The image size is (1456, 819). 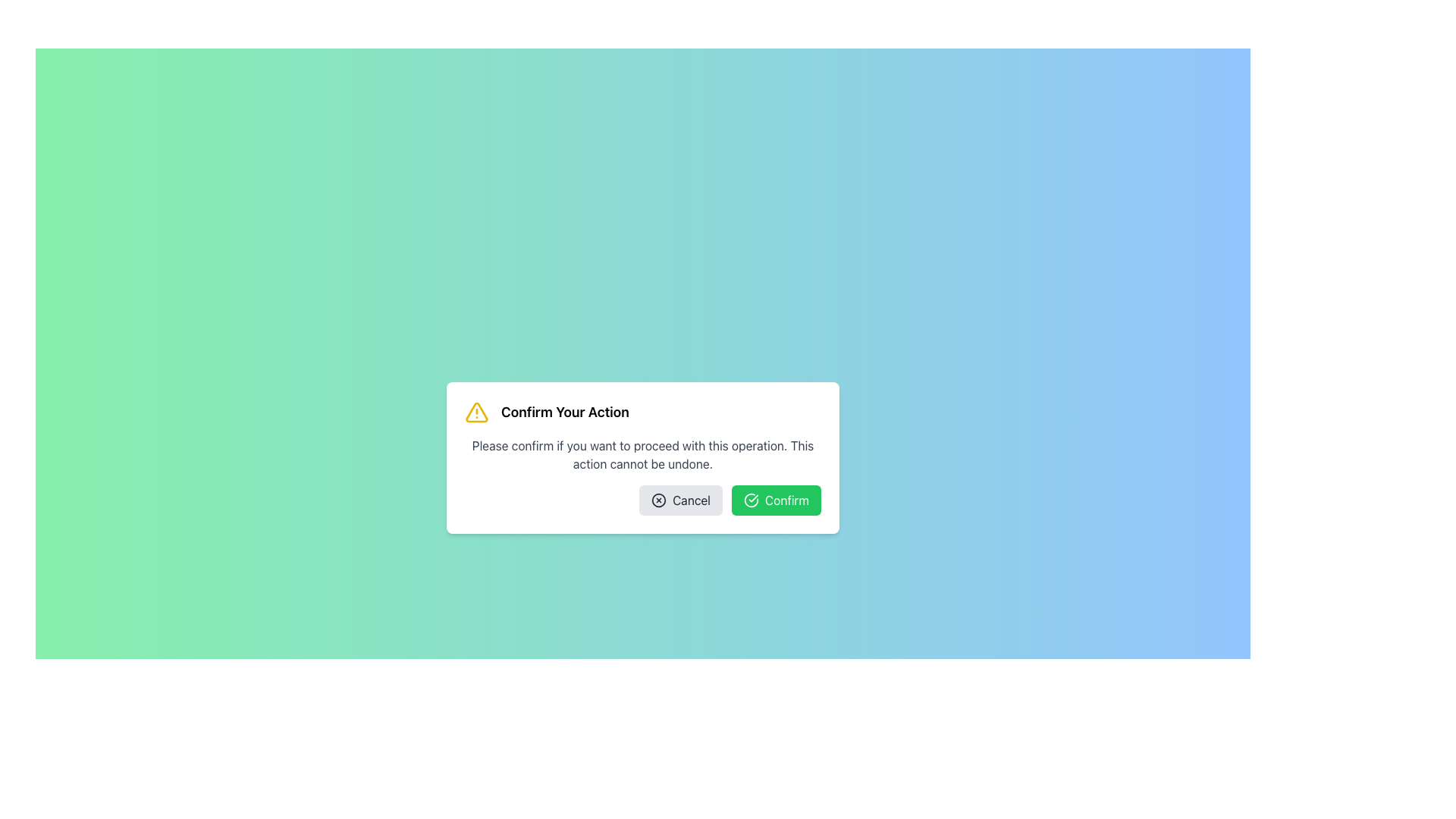 I want to click on the 'Confirm' button, which has a bright green background, rounded corners, and features a white text label with a checkmark icon to confirm the action, so click(x=776, y=500).